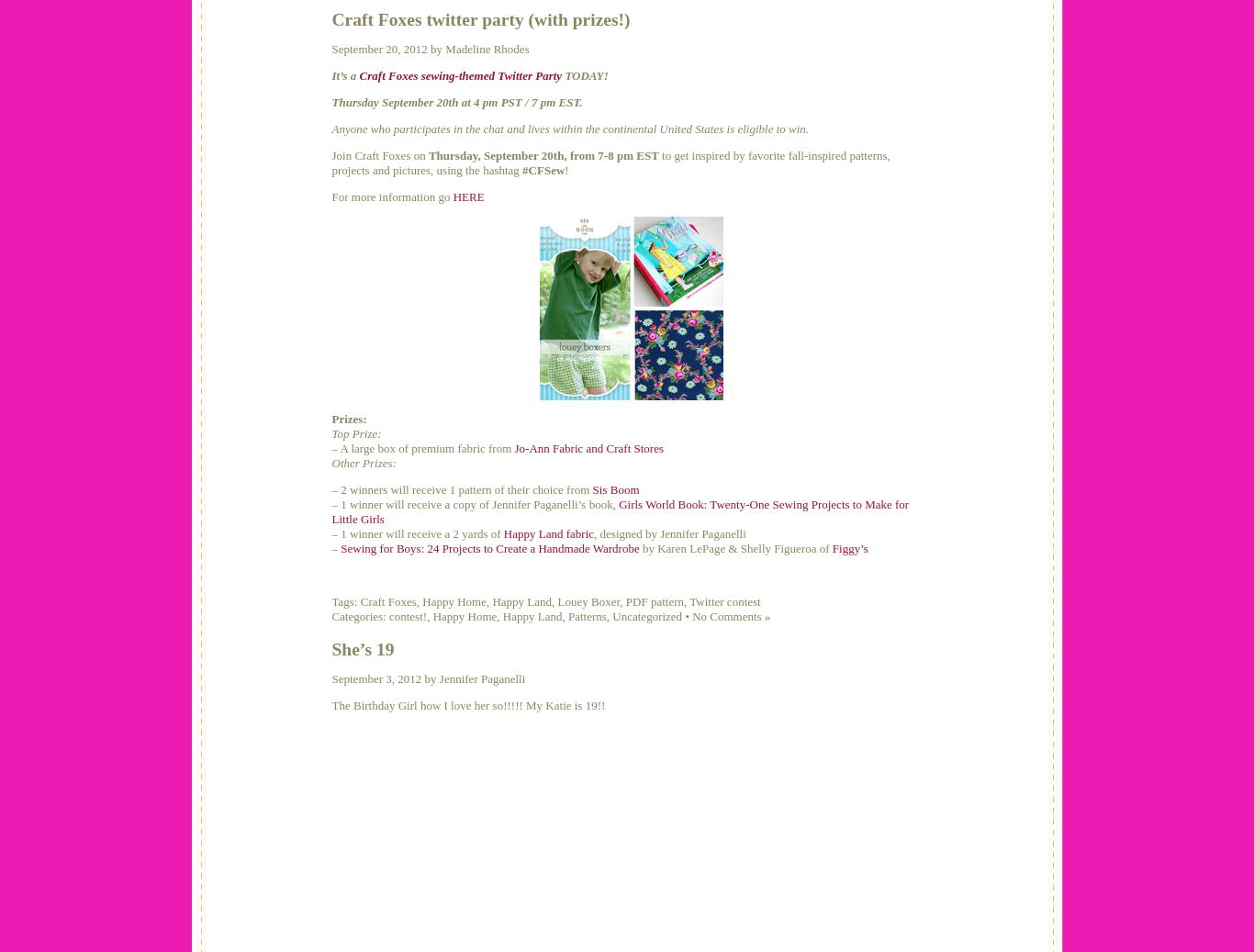 This screenshot has height=952, width=1254. Describe the element at coordinates (468, 196) in the screenshot. I see `'HERE'` at that location.